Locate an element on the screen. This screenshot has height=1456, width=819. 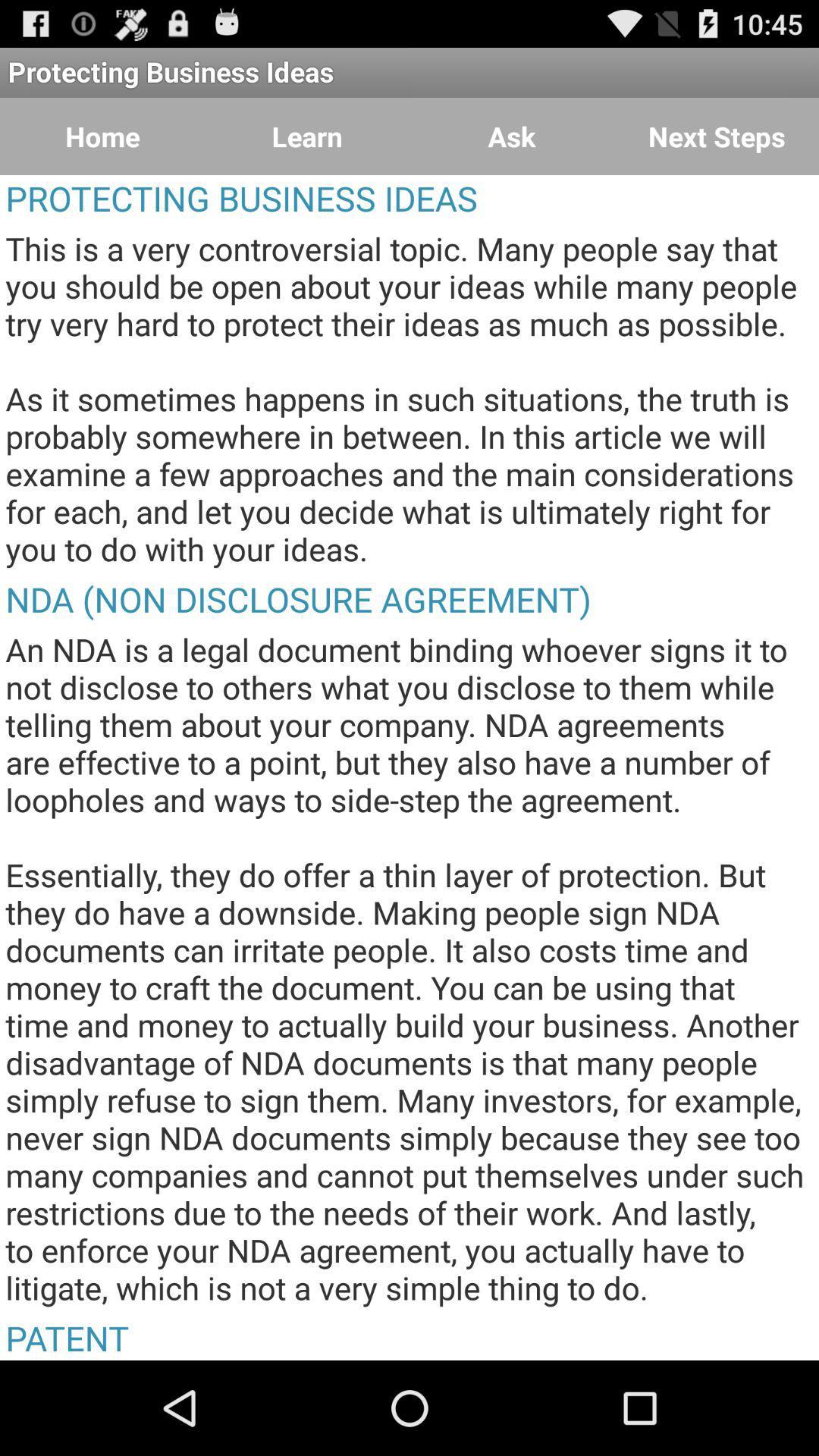
the next steps at the top right corner is located at coordinates (717, 136).